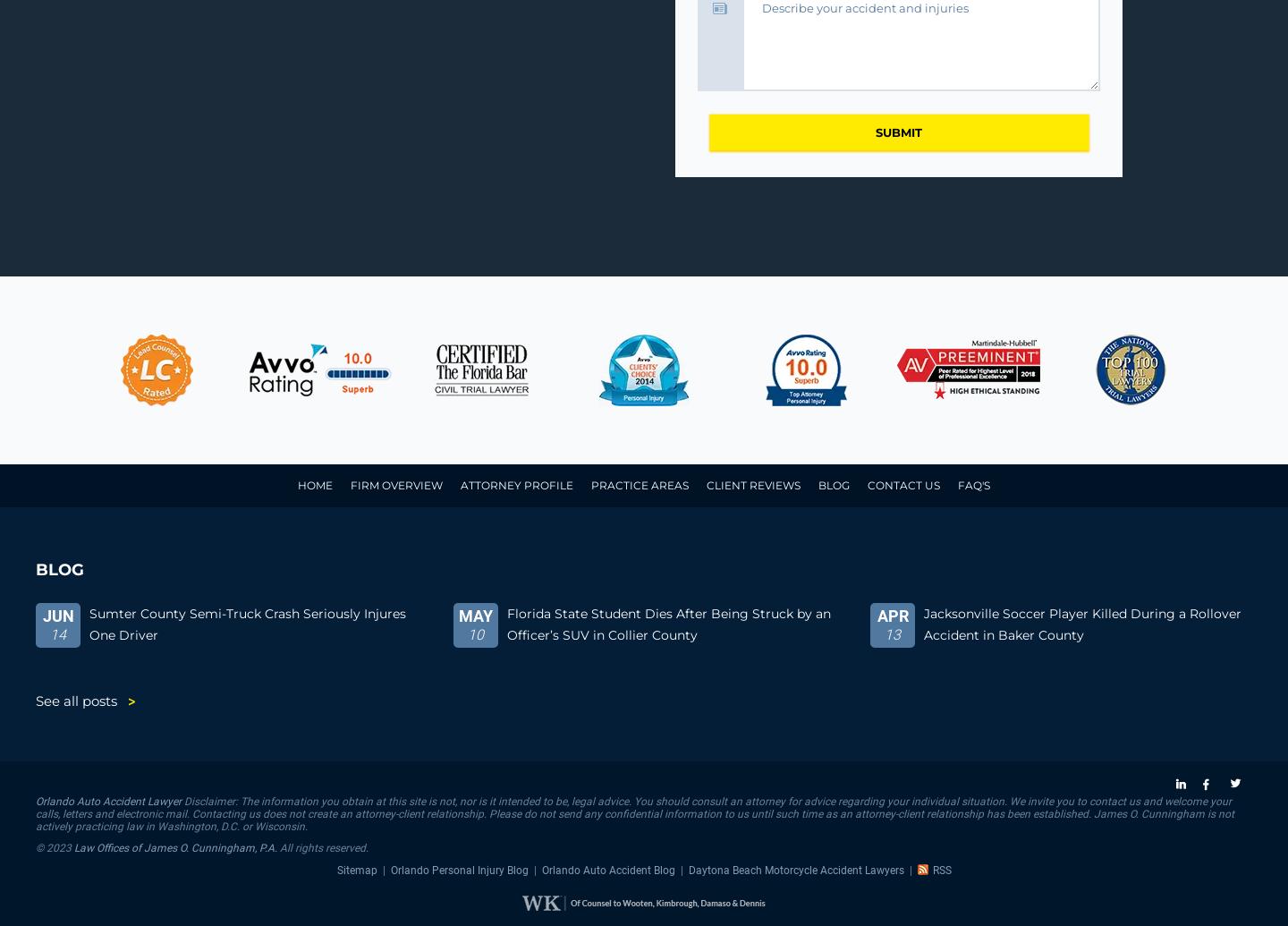  I want to click on 'Orlando Personal Injury Blog', so click(457, 870).